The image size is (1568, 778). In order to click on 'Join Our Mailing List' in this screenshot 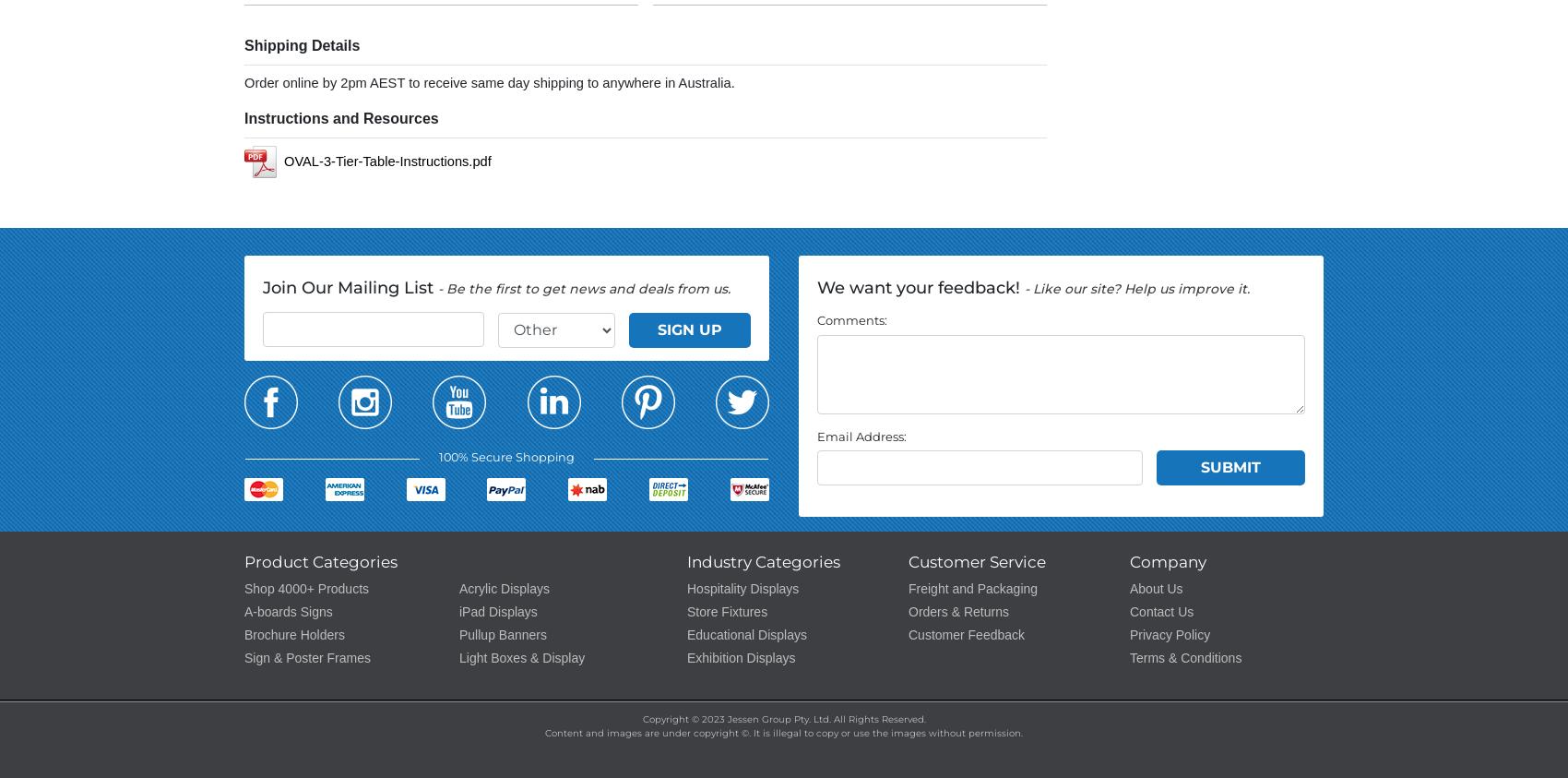, I will do `click(349, 285)`.